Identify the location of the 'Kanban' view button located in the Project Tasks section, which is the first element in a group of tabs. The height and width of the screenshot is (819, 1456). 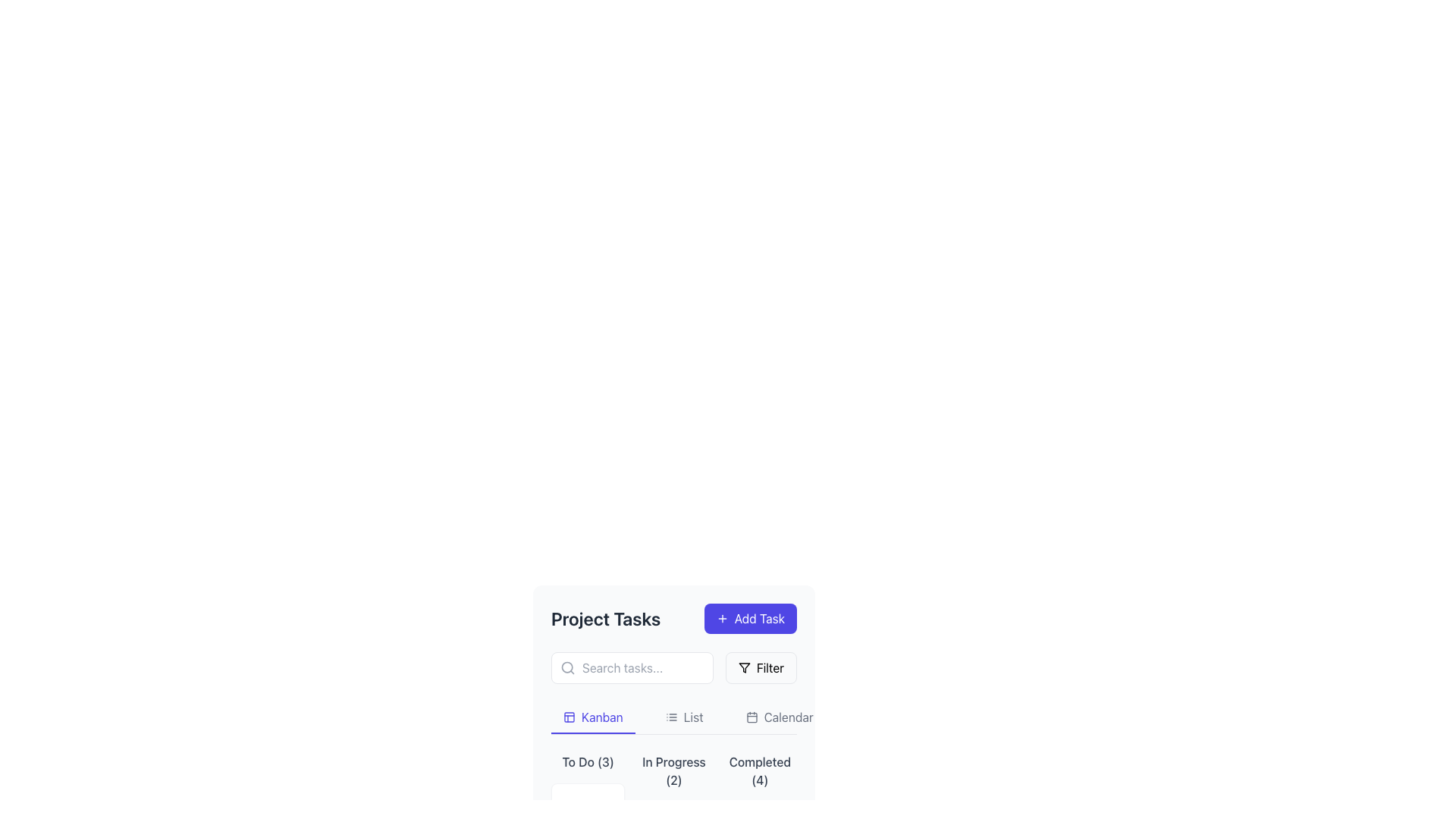
(592, 717).